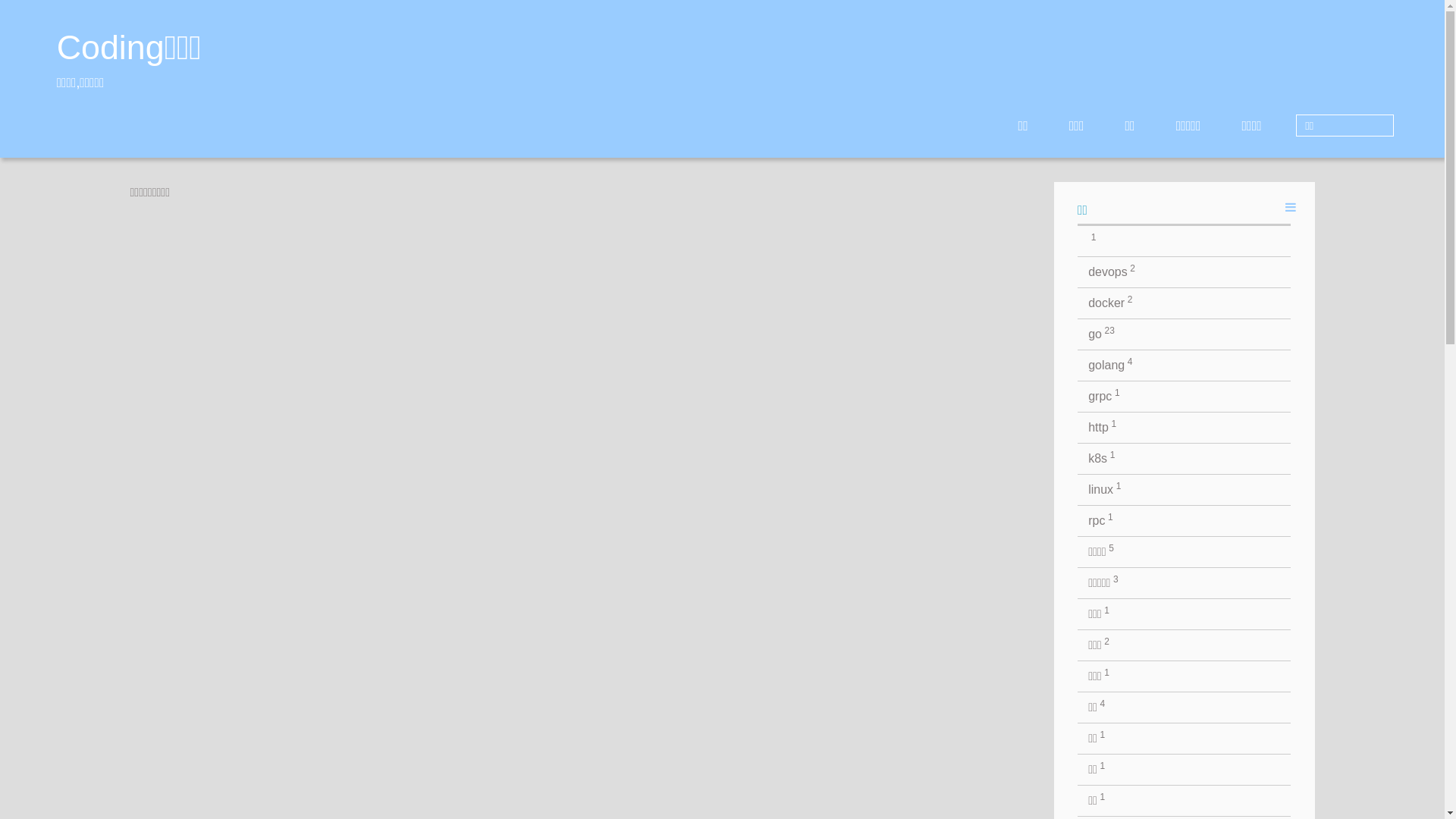 The image size is (1456, 819). What do you see at coordinates (1183, 489) in the screenshot?
I see `'linux1'` at bounding box center [1183, 489].